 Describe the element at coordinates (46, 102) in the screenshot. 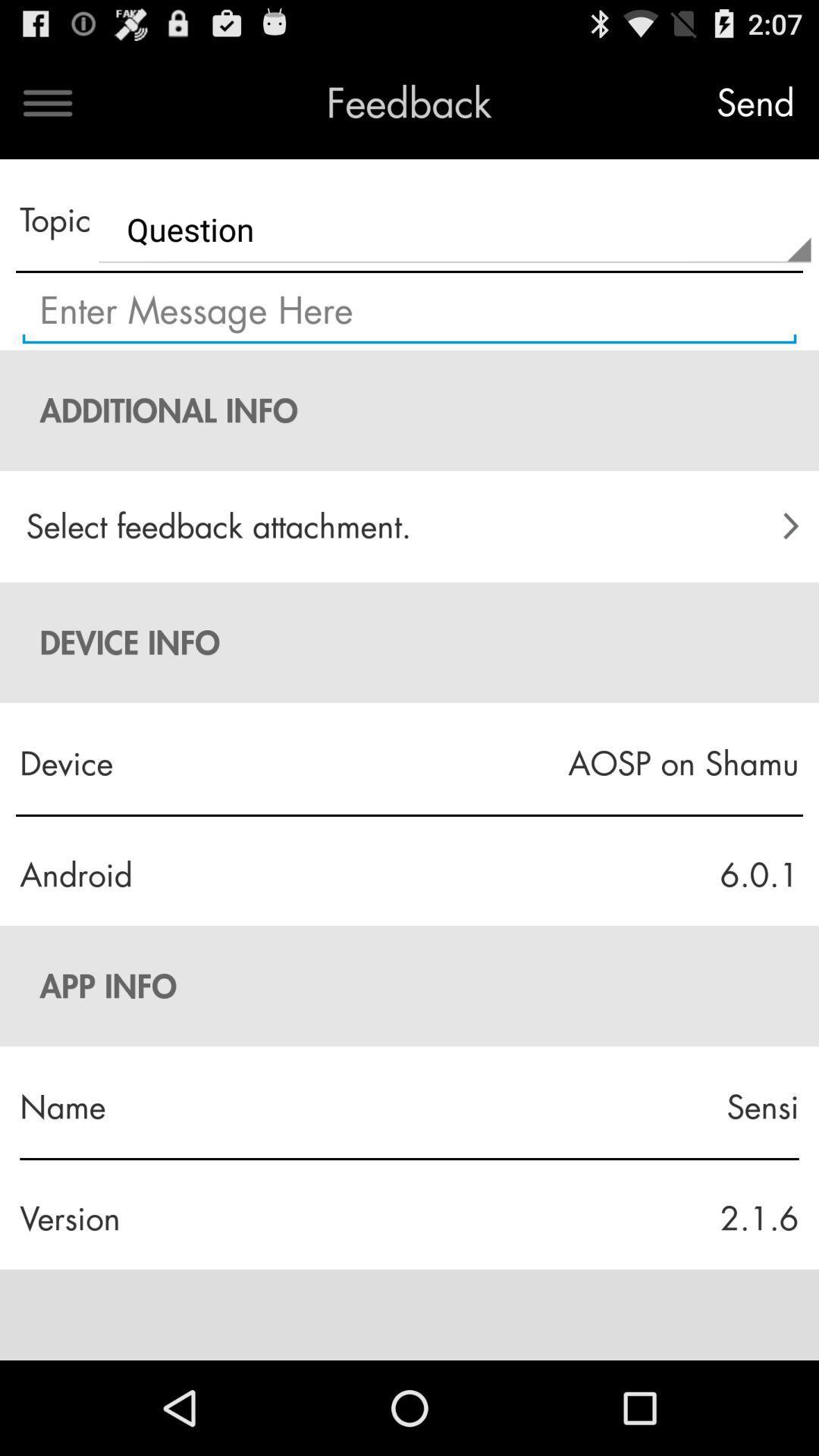

I see `the icon to the left of the feedback icon` at that location.